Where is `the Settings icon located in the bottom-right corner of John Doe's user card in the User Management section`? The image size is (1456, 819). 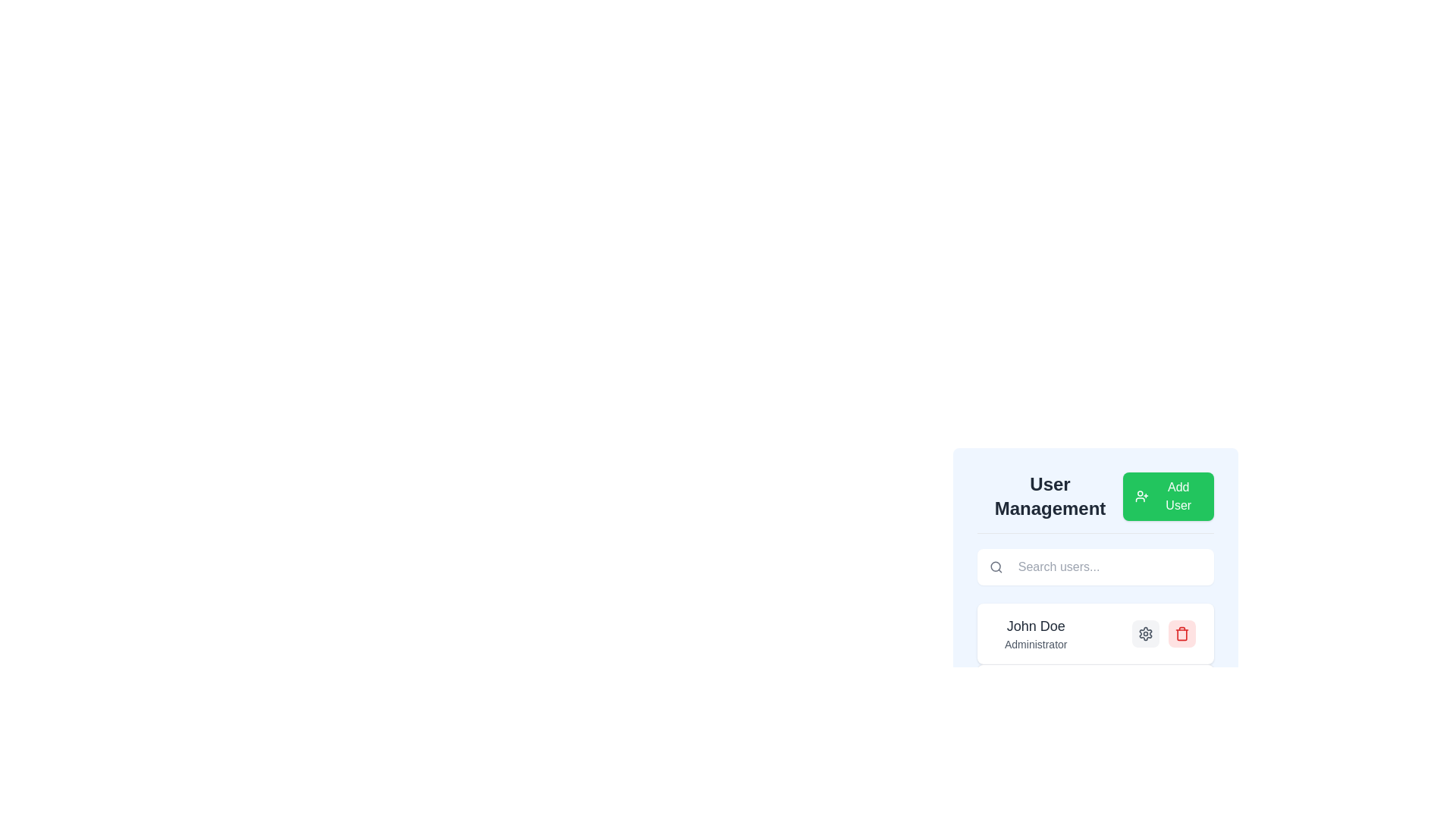 the Settings icon located in the bottom-right corner of John Doe's user card in the User Management section is located at coordinates (1146, 634).